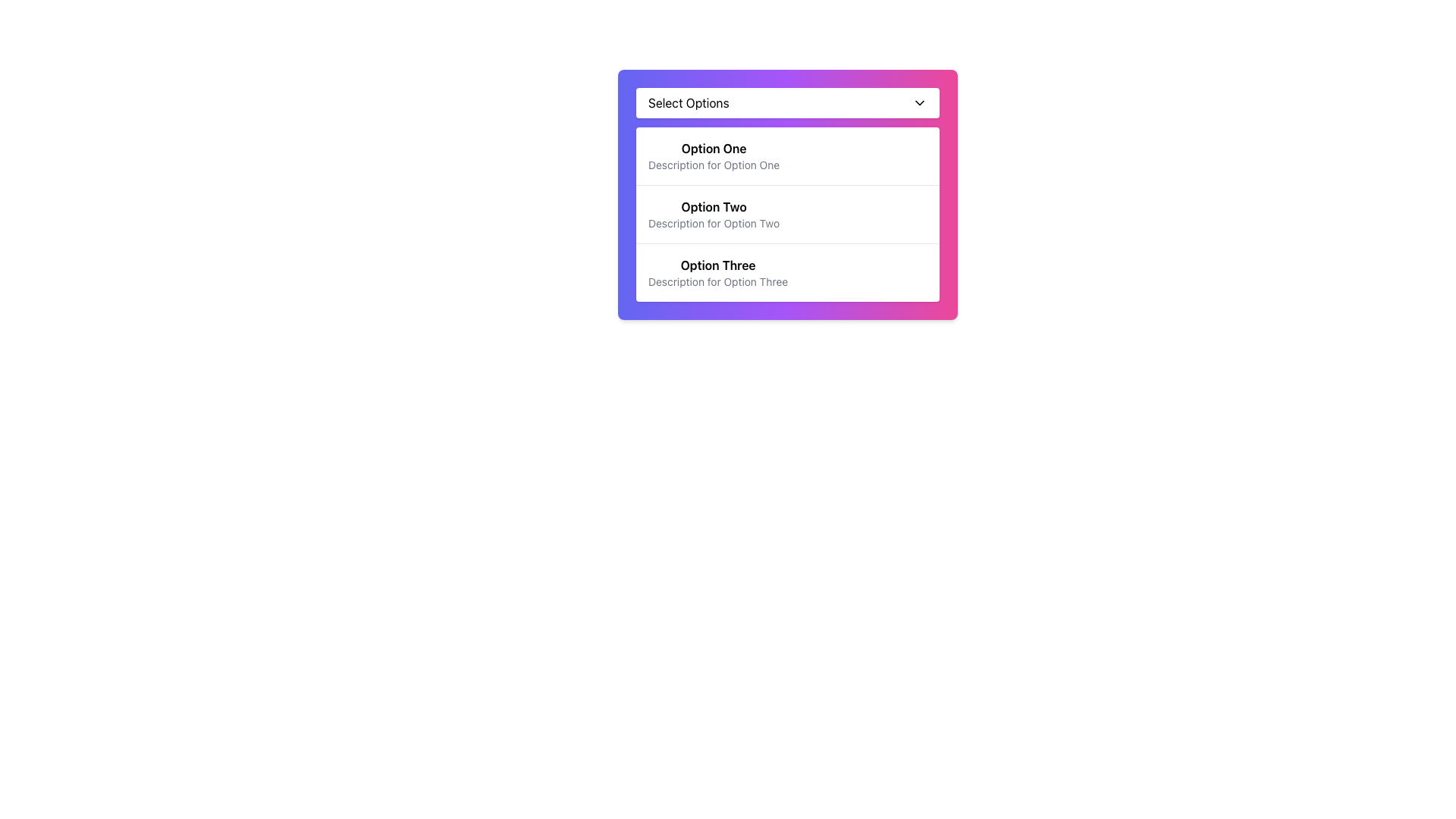  Describe the element at coordinates (713, 155) in the screenshot. I see `the first selectable option 'Option One' in the dropdown menu located below the header 'Select Options'` at that location.